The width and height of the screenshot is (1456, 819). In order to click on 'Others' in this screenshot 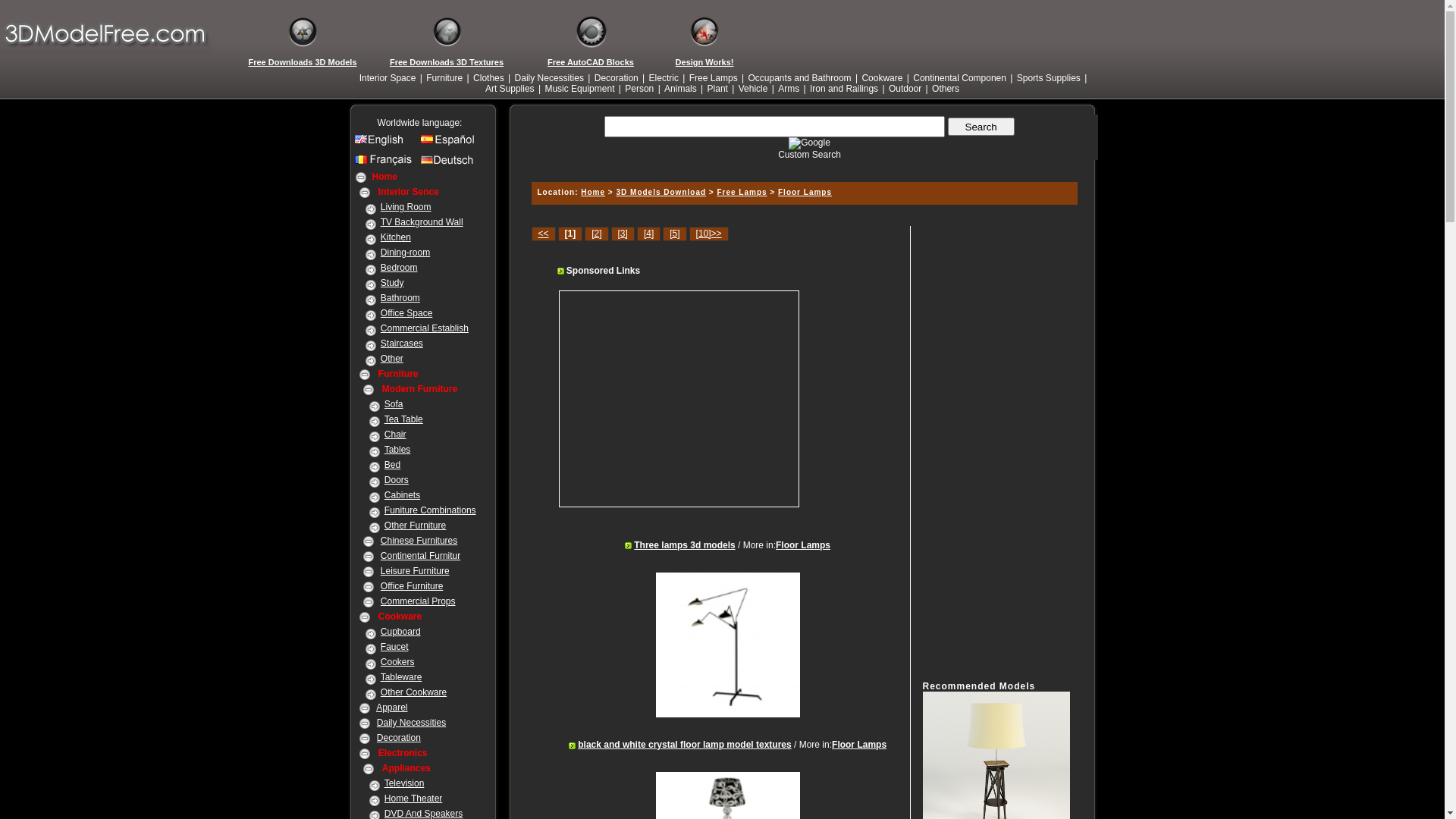, I will do `click(945, 88)`.